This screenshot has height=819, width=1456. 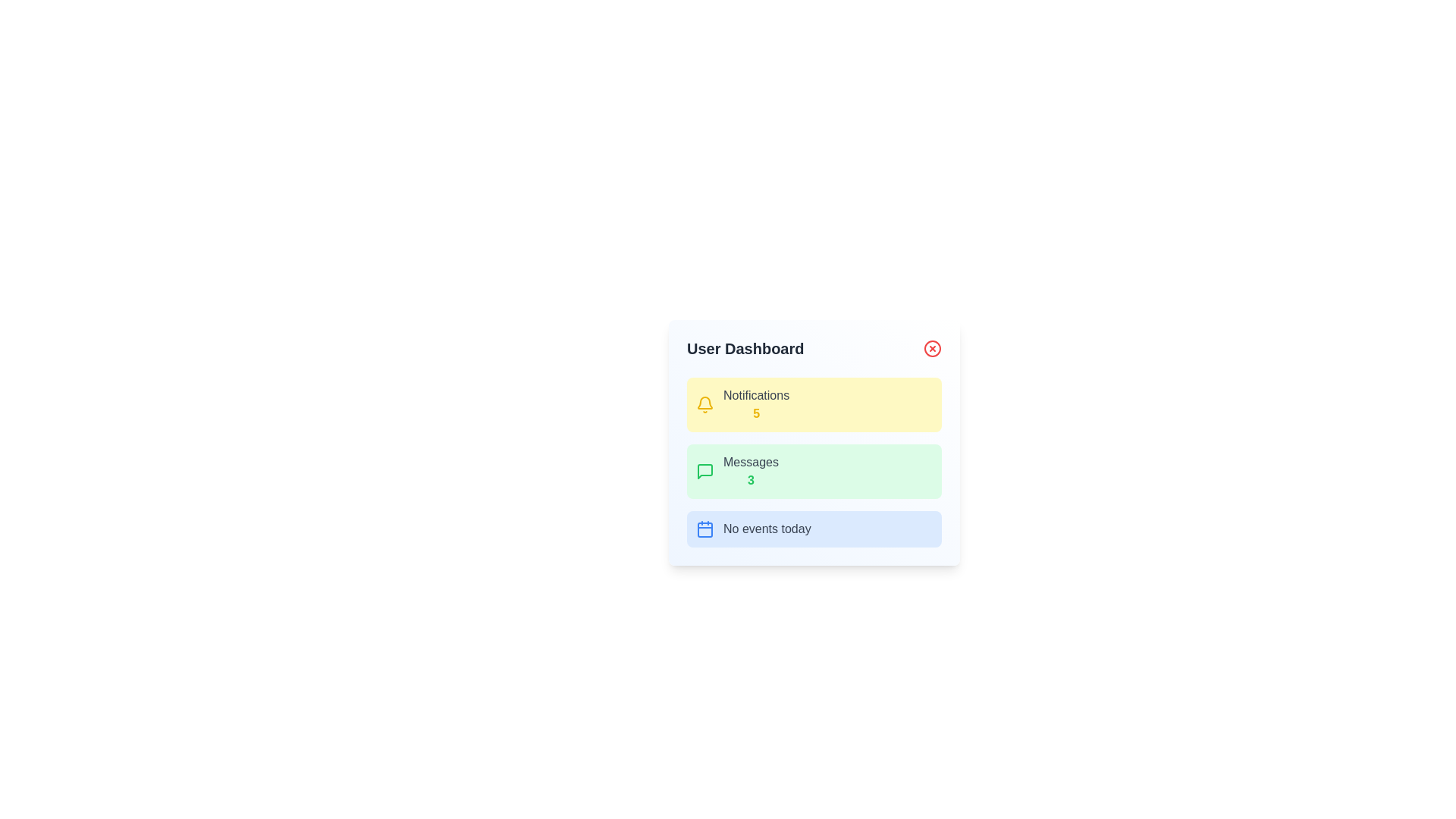 What do you see at coordinates (814, 470) in the screenshot?
I see `the informational section that indicates '3' unread messages, located below the 'Notifications' section and above the 'No events today' section` at bounding box center [814, 470].